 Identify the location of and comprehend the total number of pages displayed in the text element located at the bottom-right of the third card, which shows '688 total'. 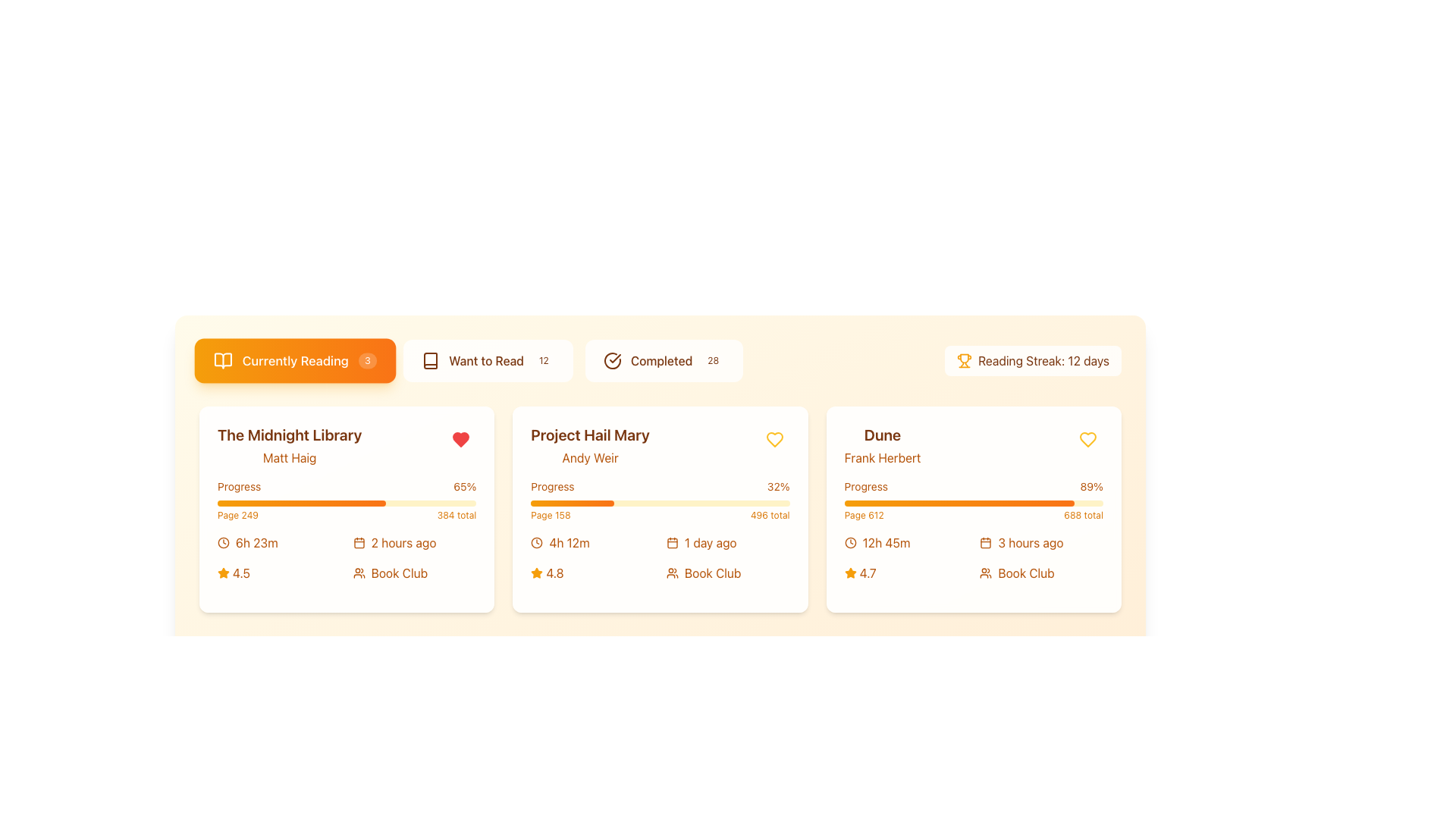
(1083, 514).